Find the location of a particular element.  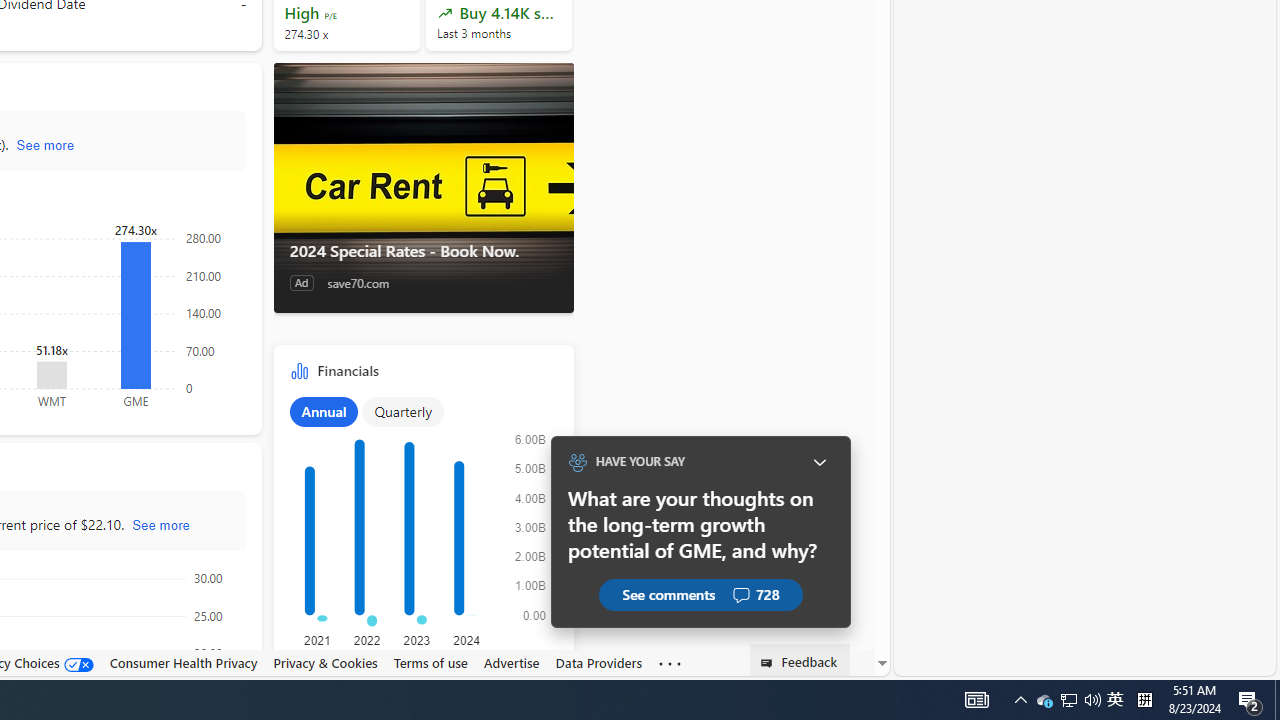

'Quarterly' is located at coordinates (402, 410).